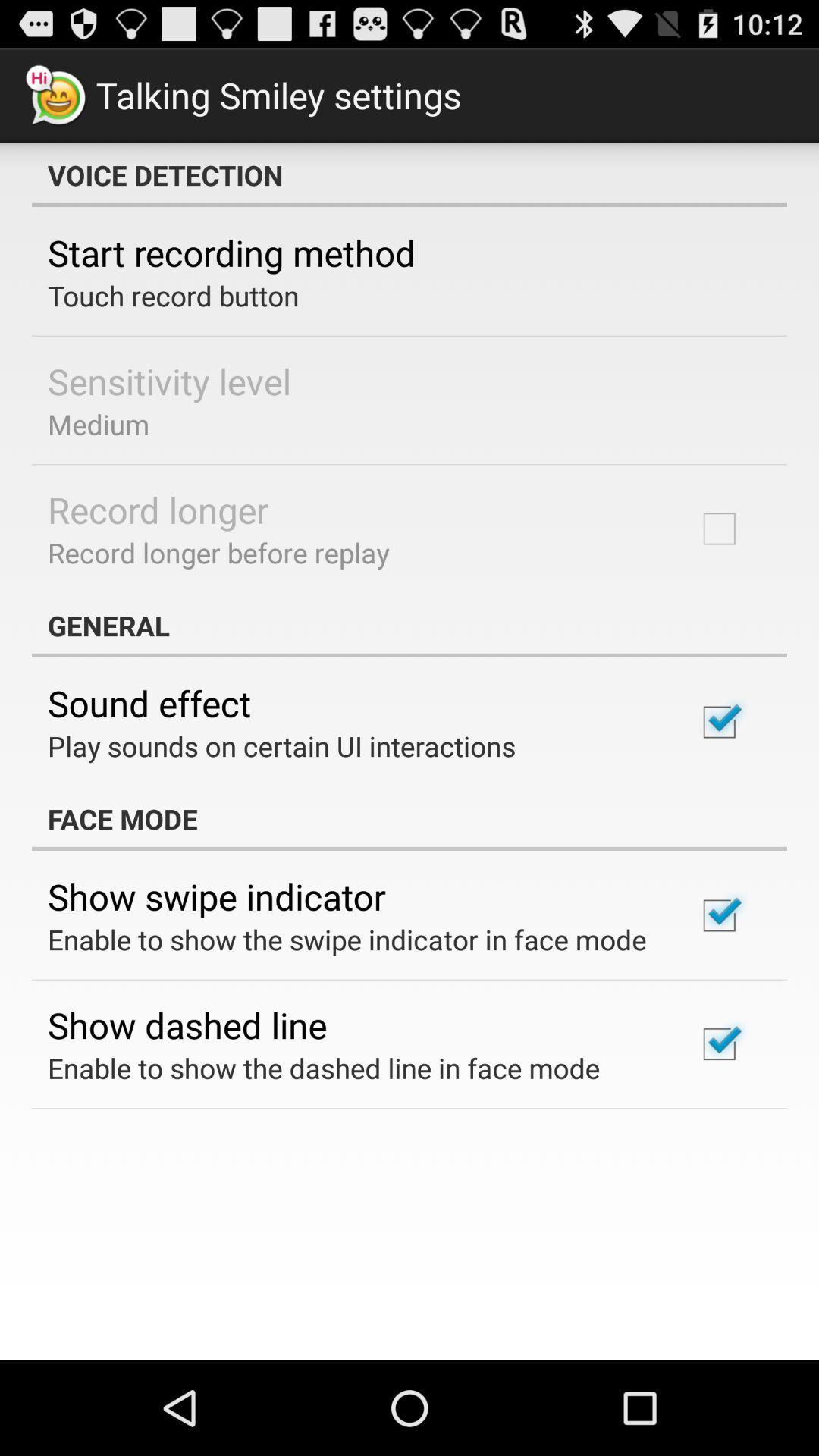  I want to click on voice detection, so click(409, 174).